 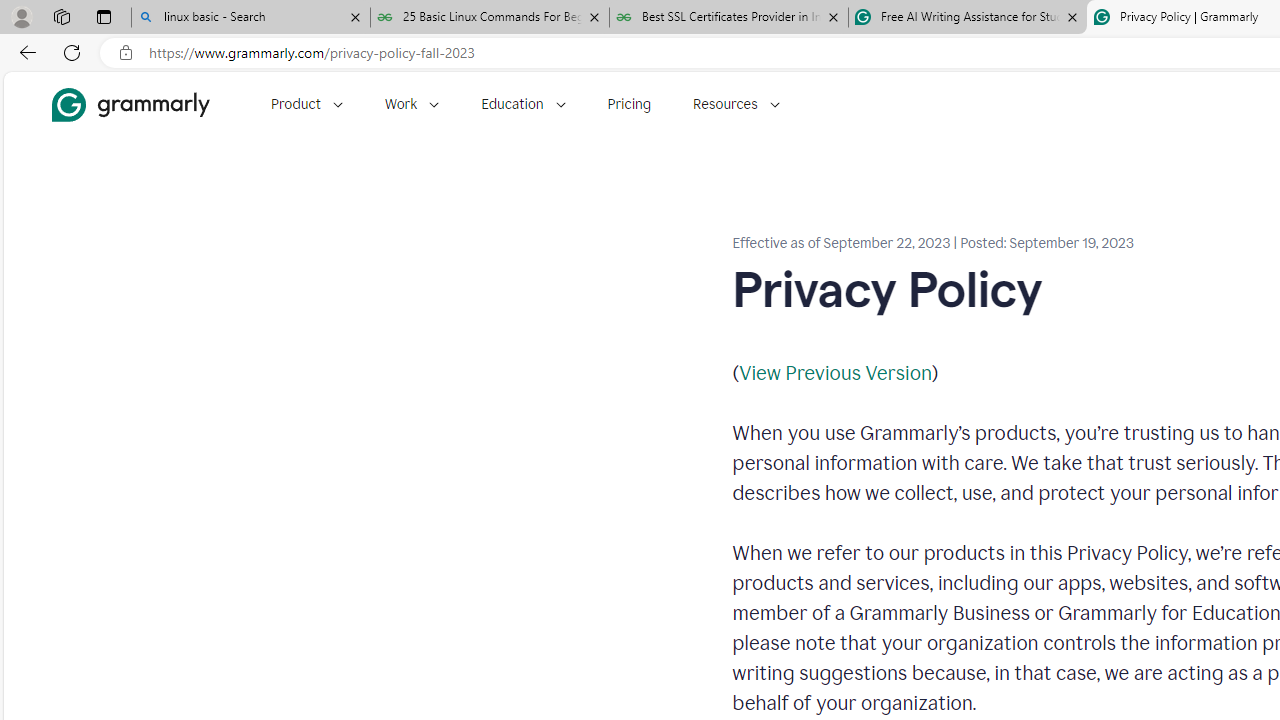 I want to click on 'linux basic - Search', so click(x=249, y=17).